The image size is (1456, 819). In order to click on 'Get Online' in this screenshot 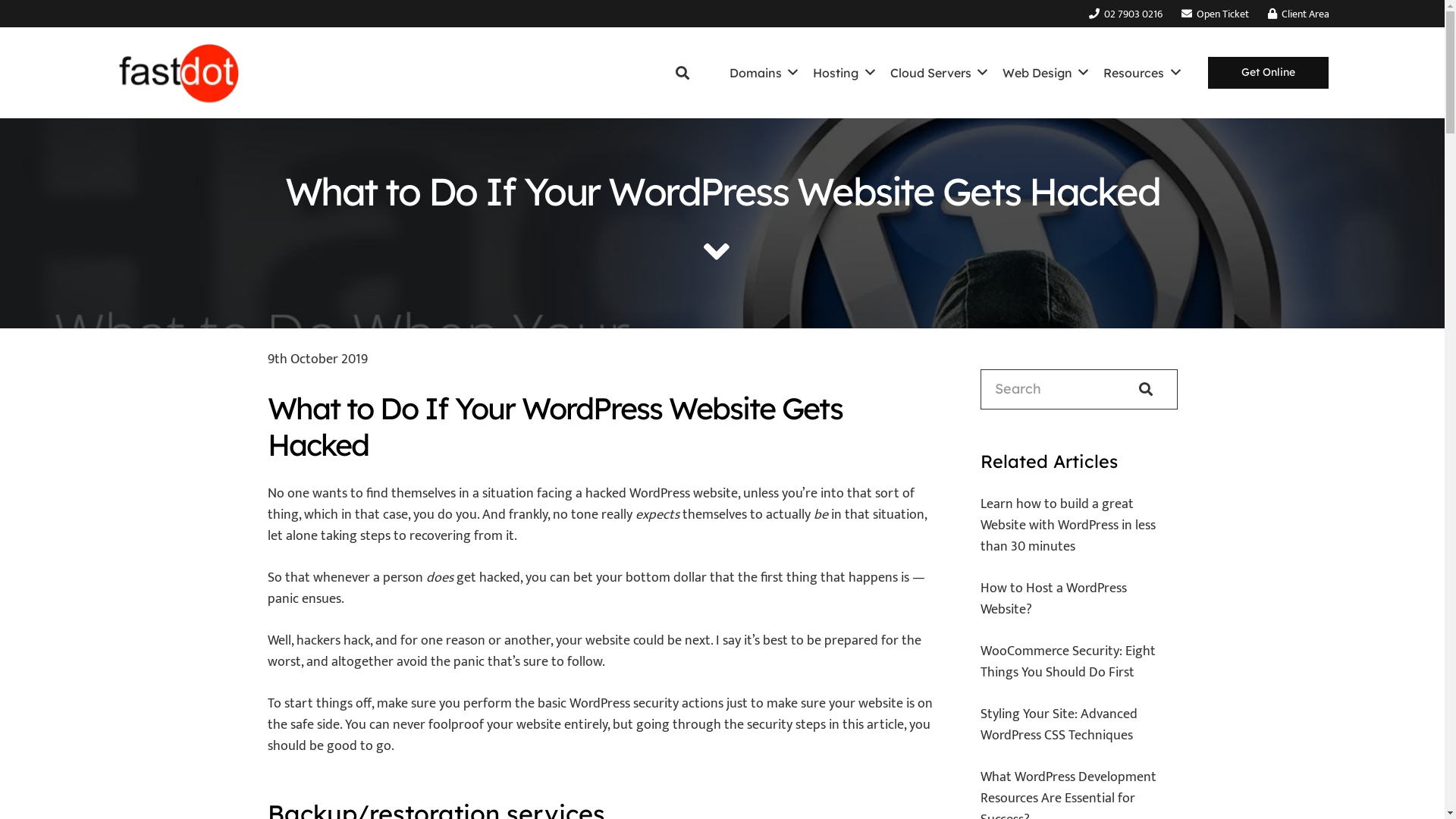, I will do `click(1268, 72)`.